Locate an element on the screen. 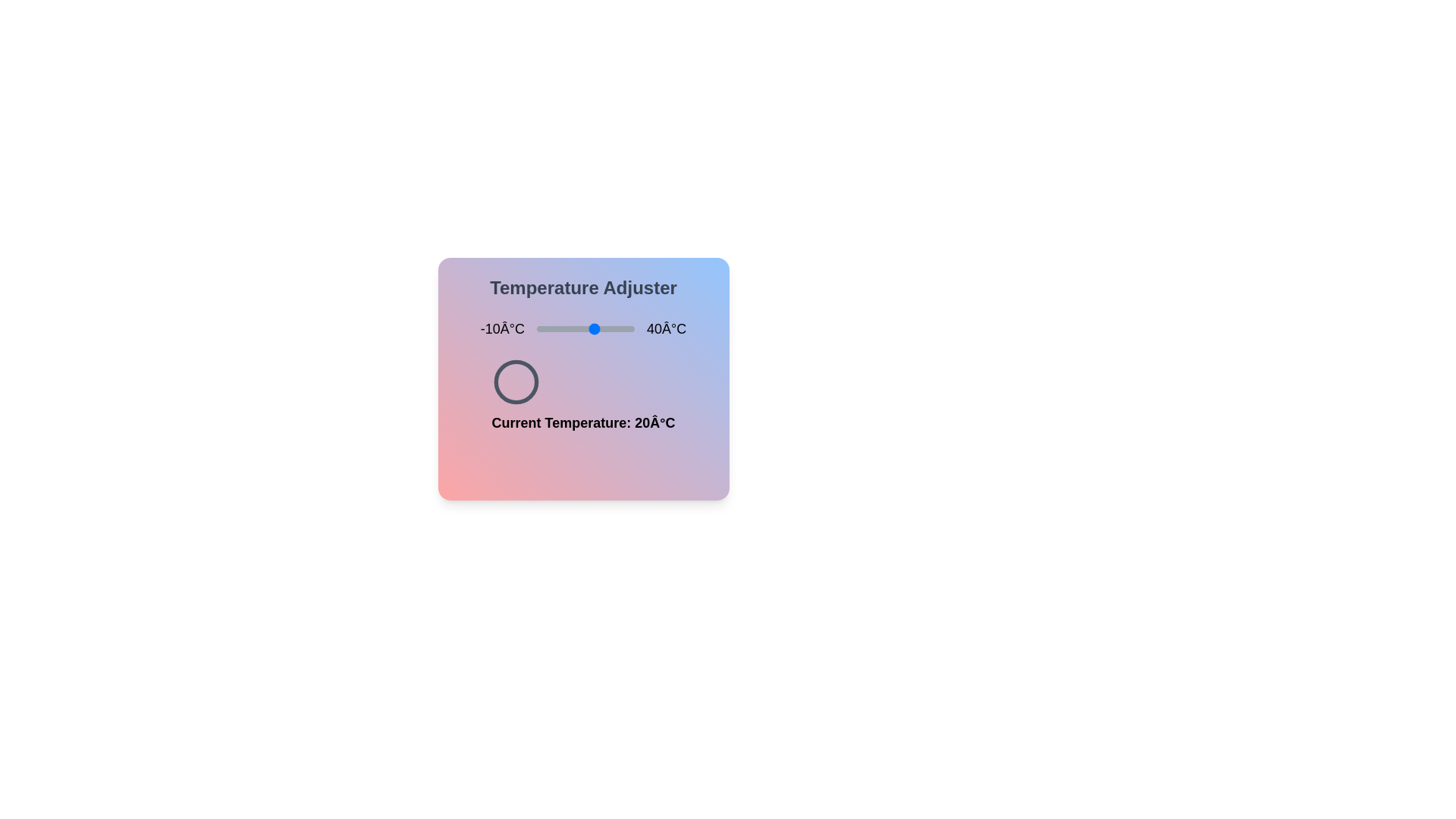 The width and height of the screenshot is (1456, 819). the temperature to 19 degrees Celsius using the slider is located at coordinates (592, 328).